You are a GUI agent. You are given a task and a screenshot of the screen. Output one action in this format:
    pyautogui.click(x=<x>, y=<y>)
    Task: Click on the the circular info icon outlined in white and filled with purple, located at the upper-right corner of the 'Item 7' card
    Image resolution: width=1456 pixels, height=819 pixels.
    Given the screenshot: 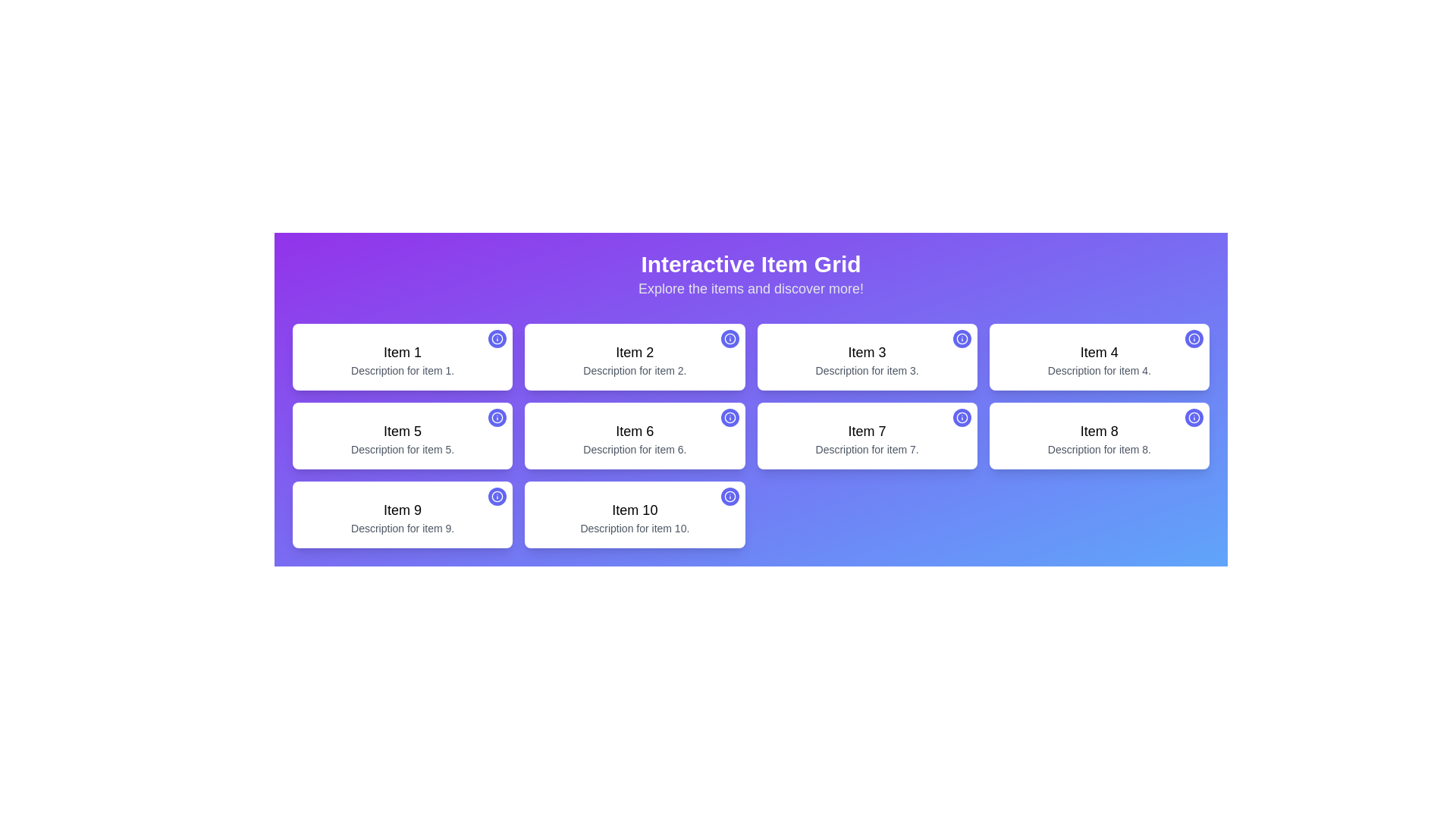 What is the action you would take?
    pyautogui.click(x=961, y=418)
    